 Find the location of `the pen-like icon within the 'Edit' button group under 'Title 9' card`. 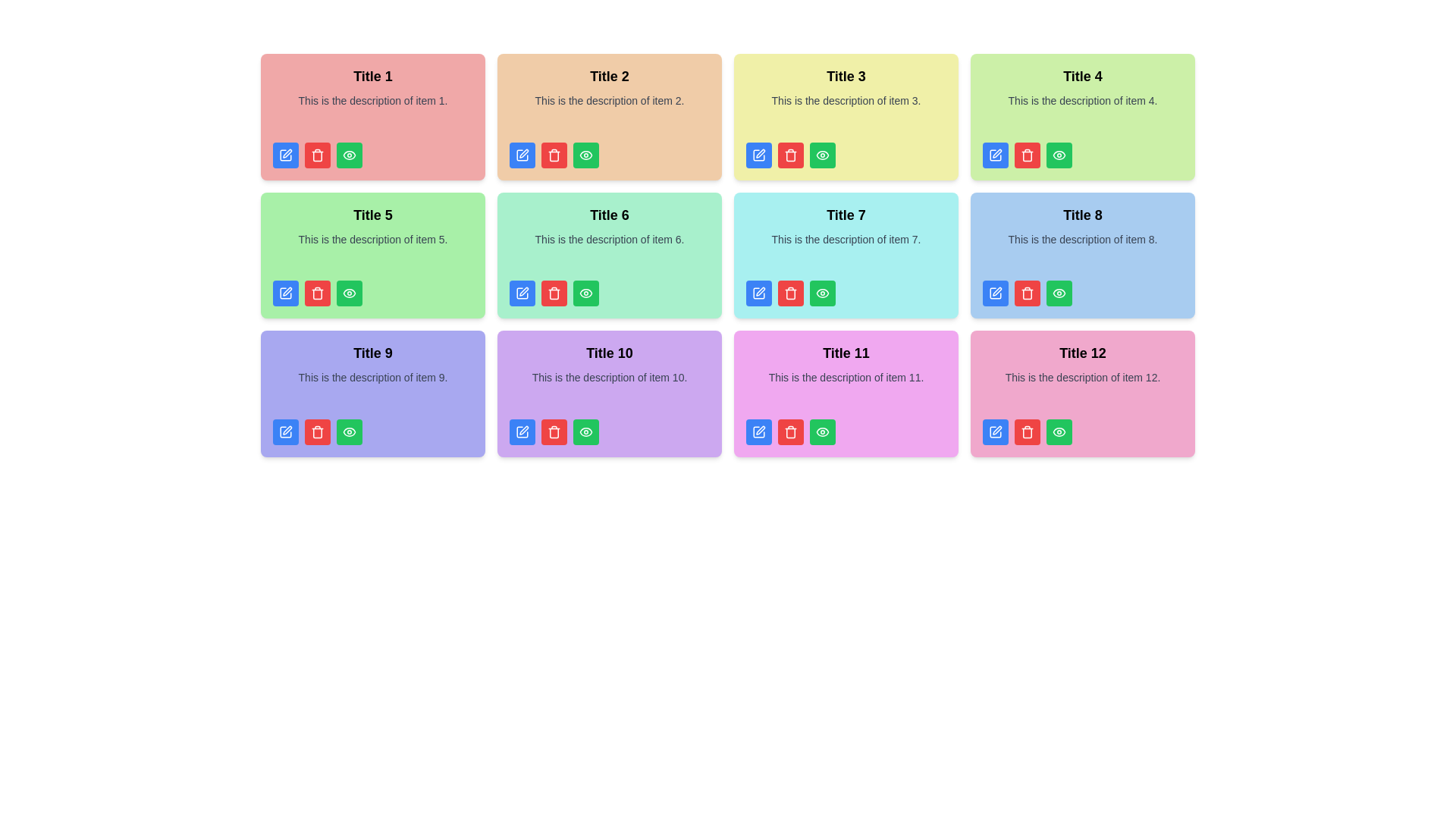

the pen-like icon within the 'Edit' button group under 'Title 9' card is located at coordinates (287, 430).